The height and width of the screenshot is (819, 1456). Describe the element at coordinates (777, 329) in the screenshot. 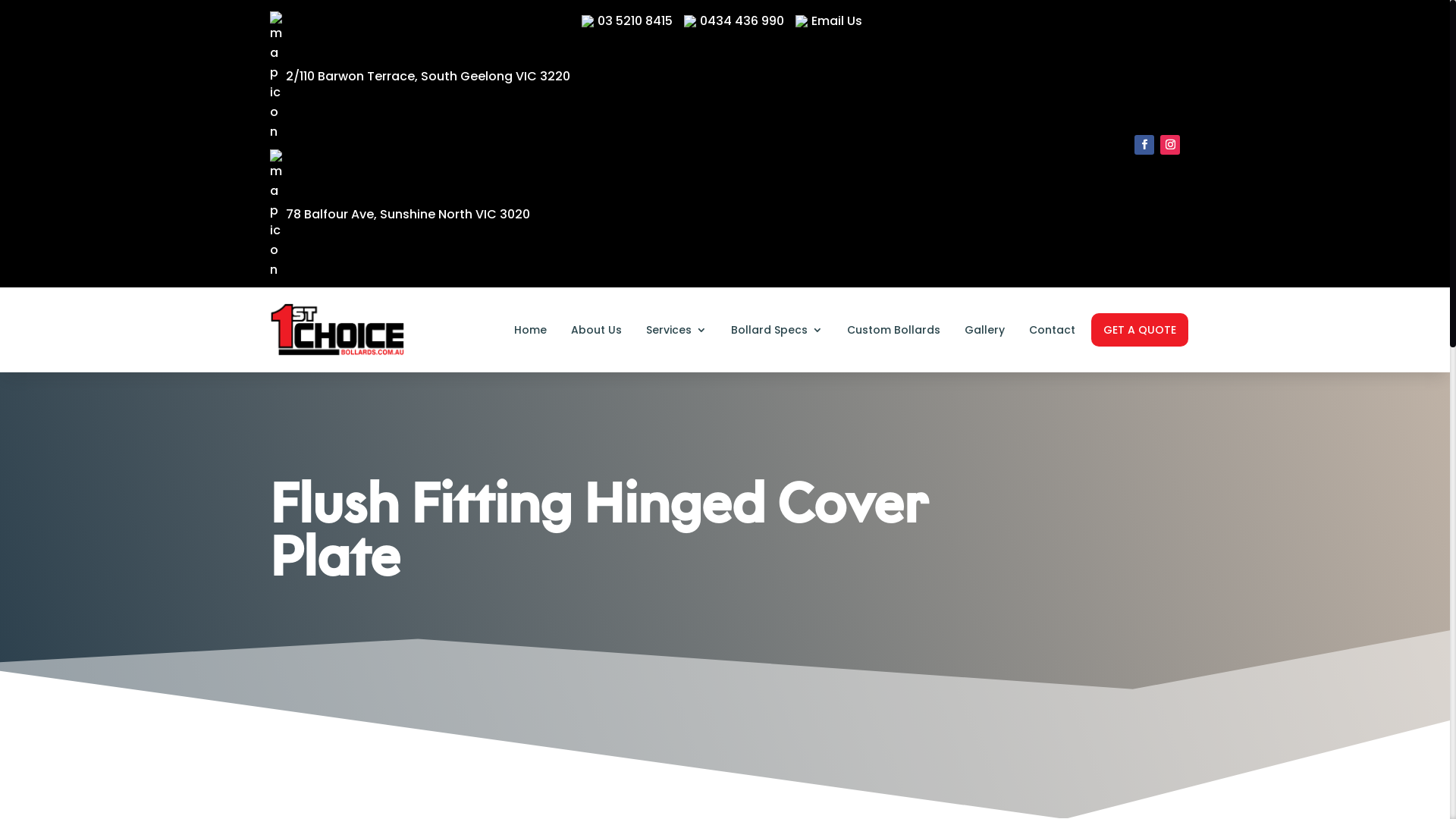

I see `'Bollard Specs'` at that location.